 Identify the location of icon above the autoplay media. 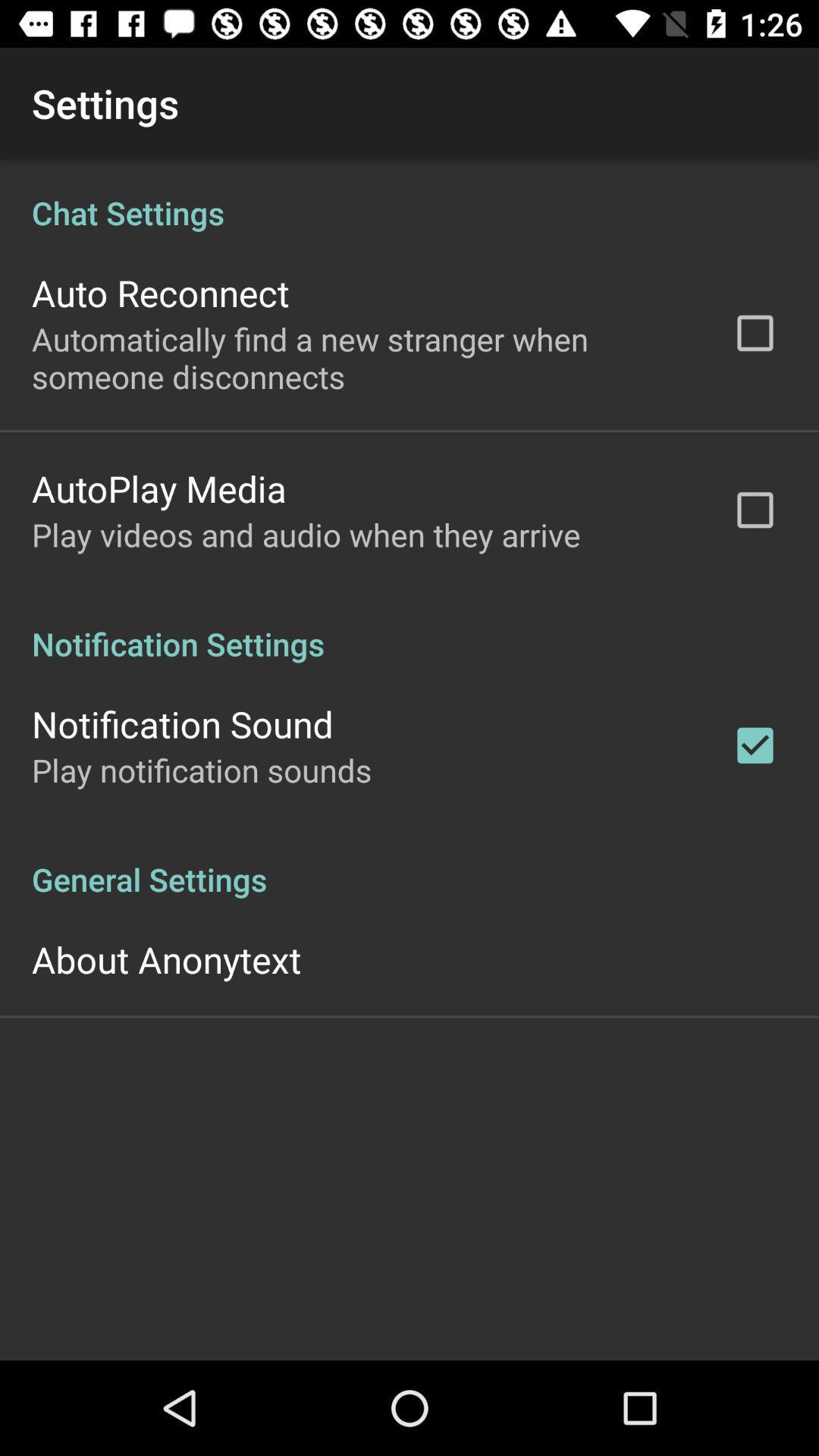
(362, 356).